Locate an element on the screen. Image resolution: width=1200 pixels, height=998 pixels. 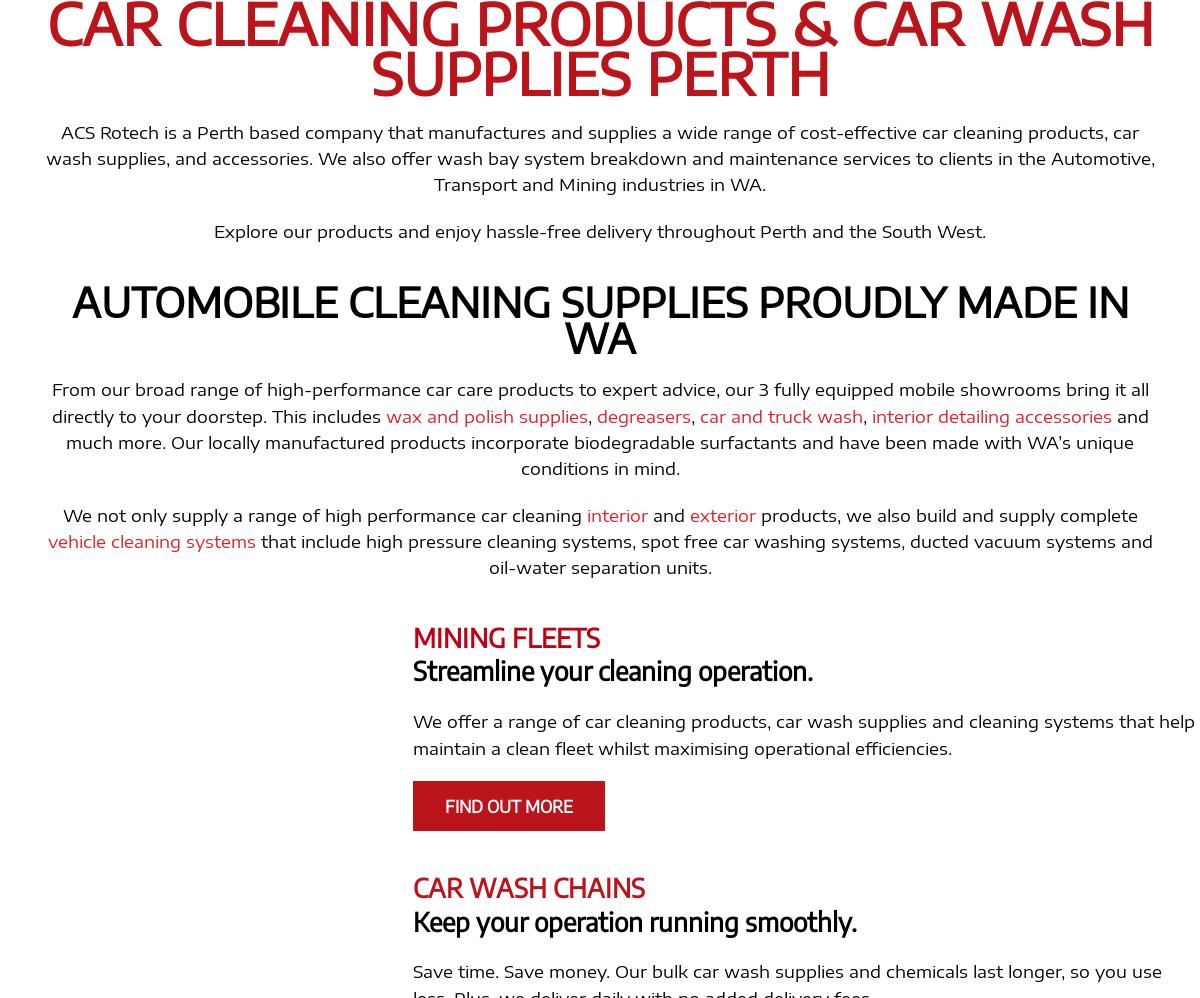
'AUTOMOBILE CLEANING SUPPLIES PROUDLY MADE IN WA' is located at coordinates (598, 319).